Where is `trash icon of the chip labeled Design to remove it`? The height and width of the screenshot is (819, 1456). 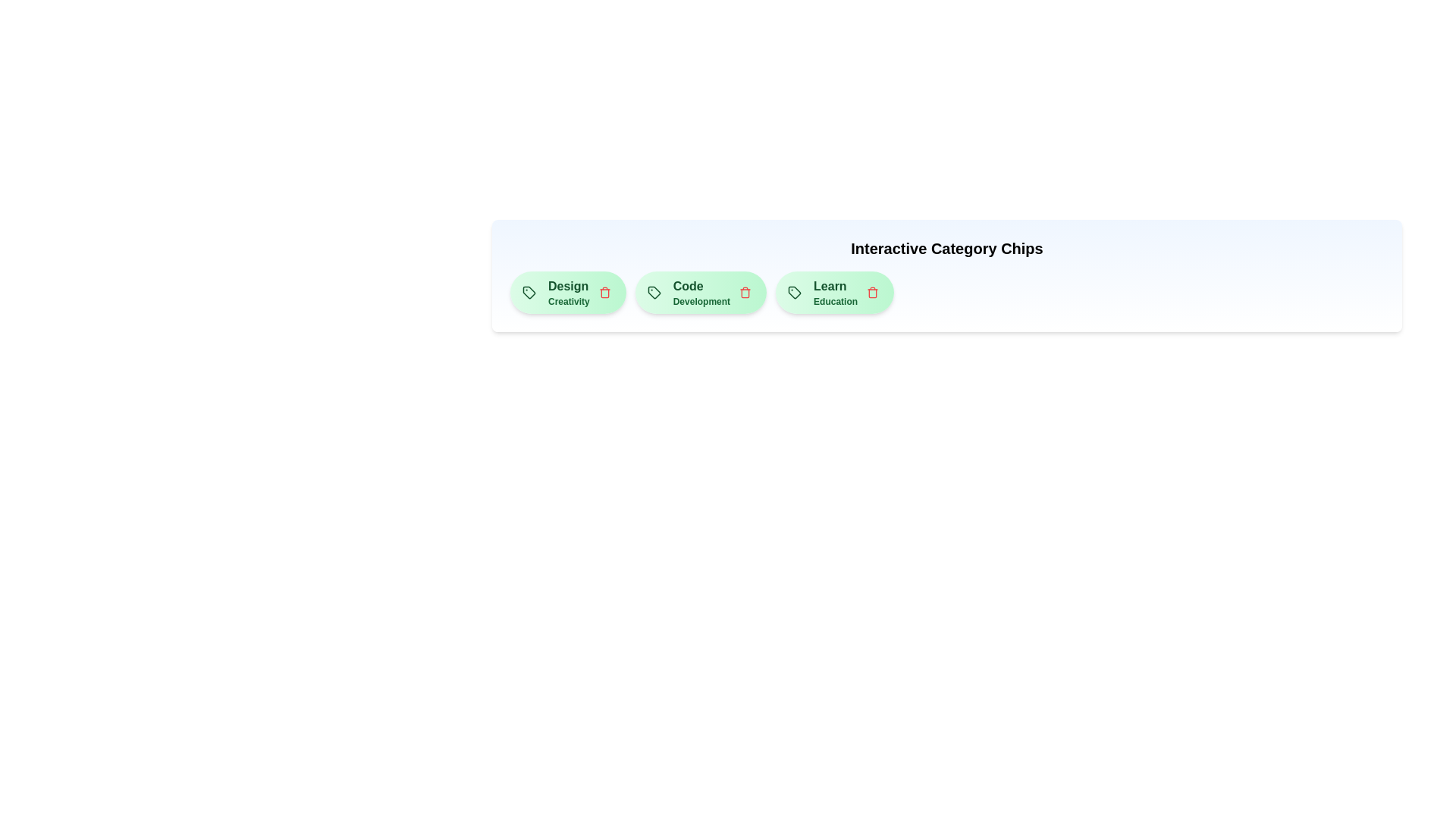
trash icon of the chip labeled Design to remove it is located at coordinates (604, 292).